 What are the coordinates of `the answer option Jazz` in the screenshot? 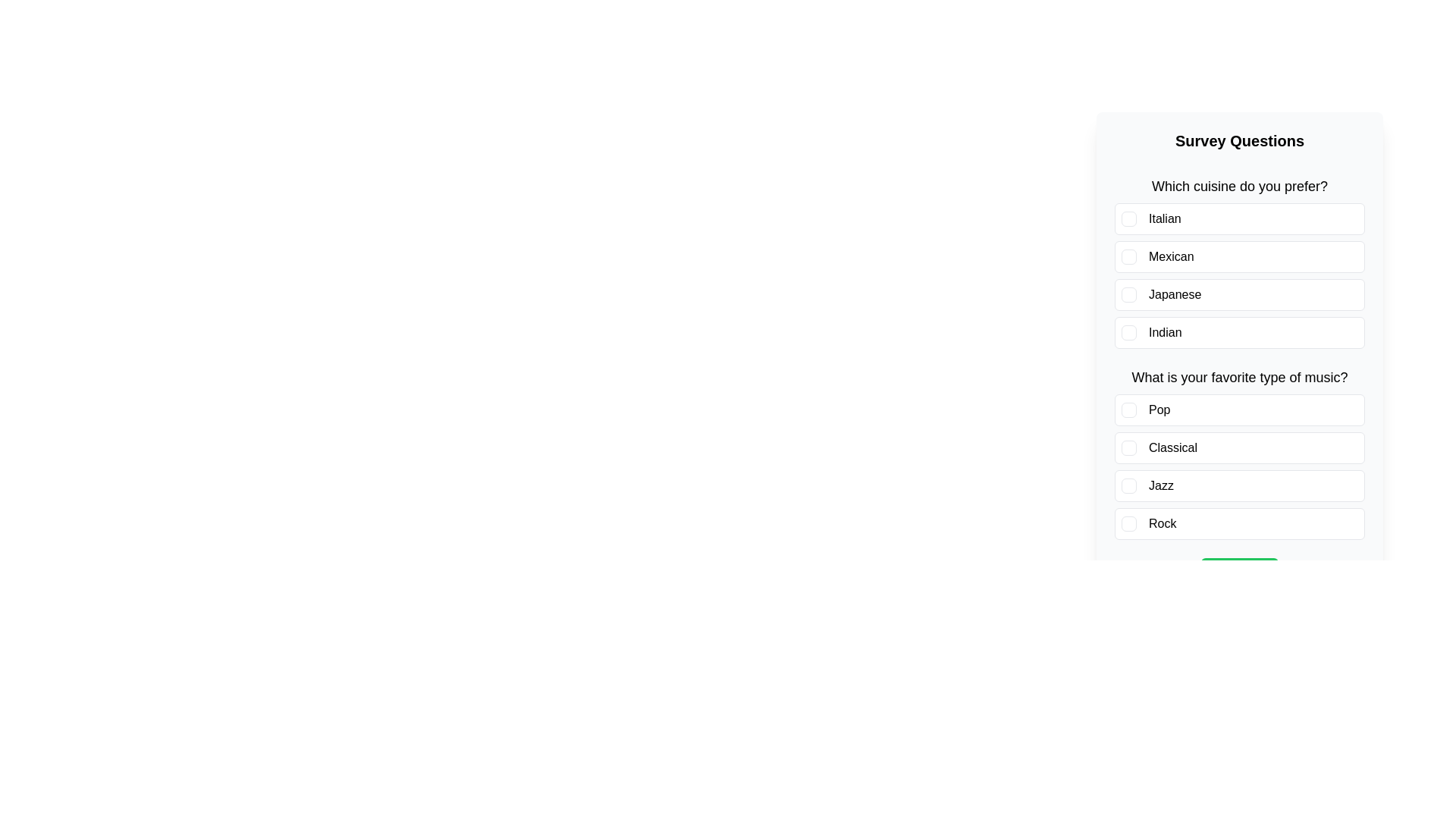 It's located at (1240, 485).